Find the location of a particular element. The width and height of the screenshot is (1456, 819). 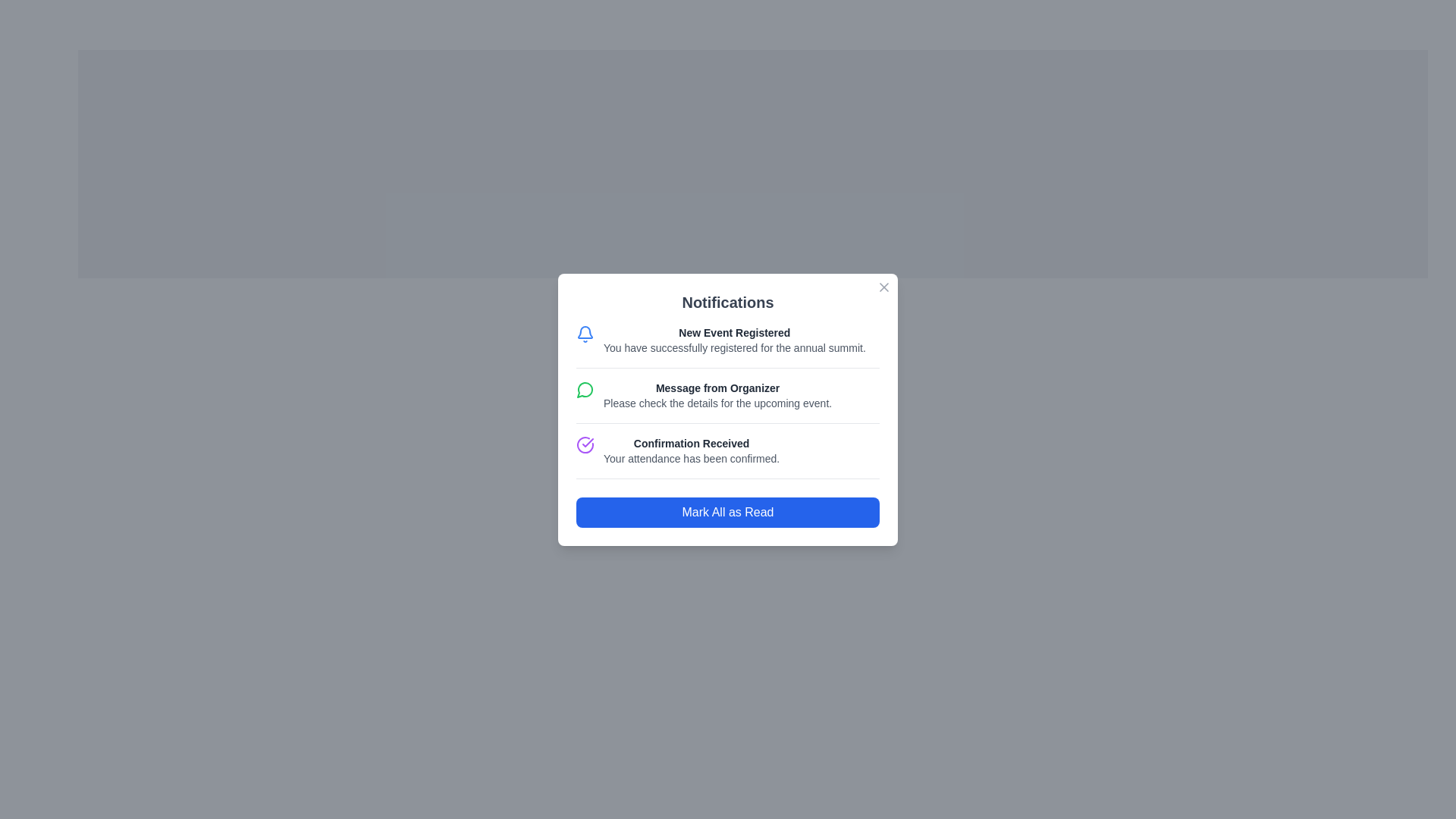

the static text providing additional details related to the notification titled 'Message from Organizer', which is located below the bold line of text in the notification card is located at coordinates (717, 402).